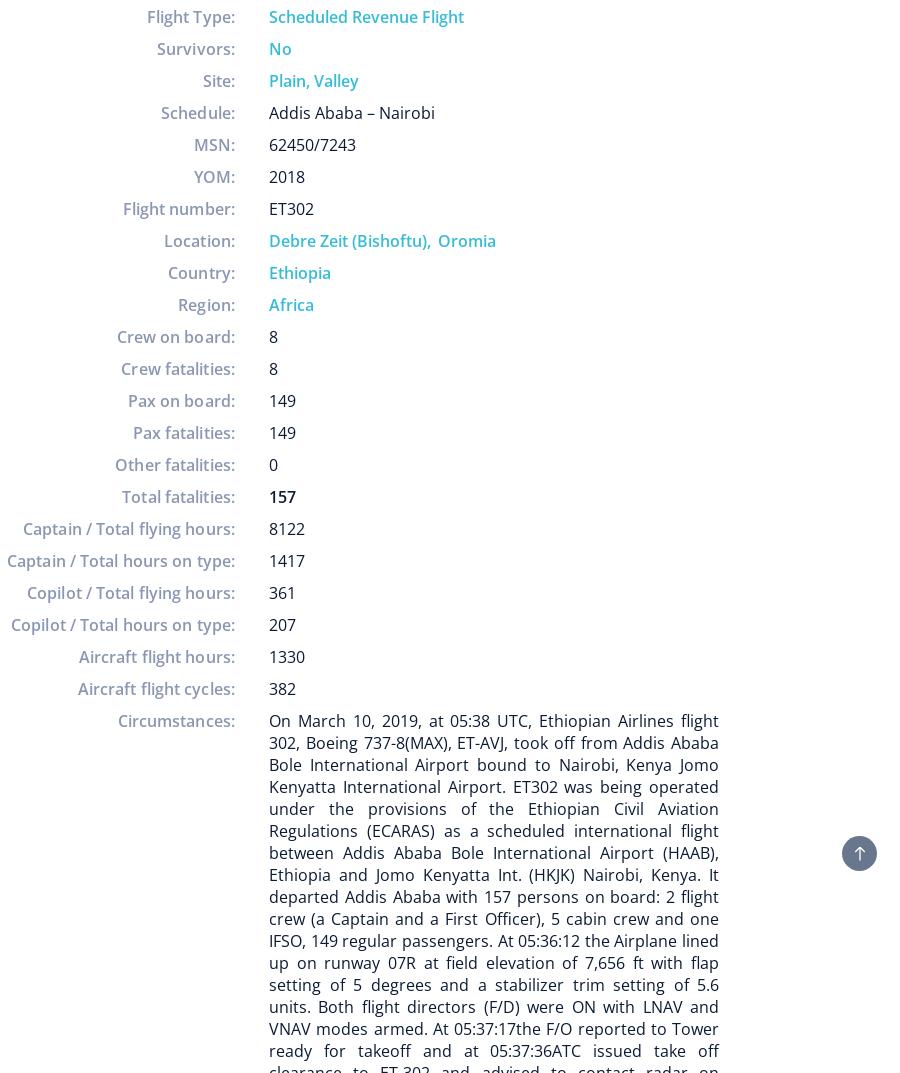  Describe the element at coordinates (206, 304) in the screenshot. I see `'Region:'` at that location.